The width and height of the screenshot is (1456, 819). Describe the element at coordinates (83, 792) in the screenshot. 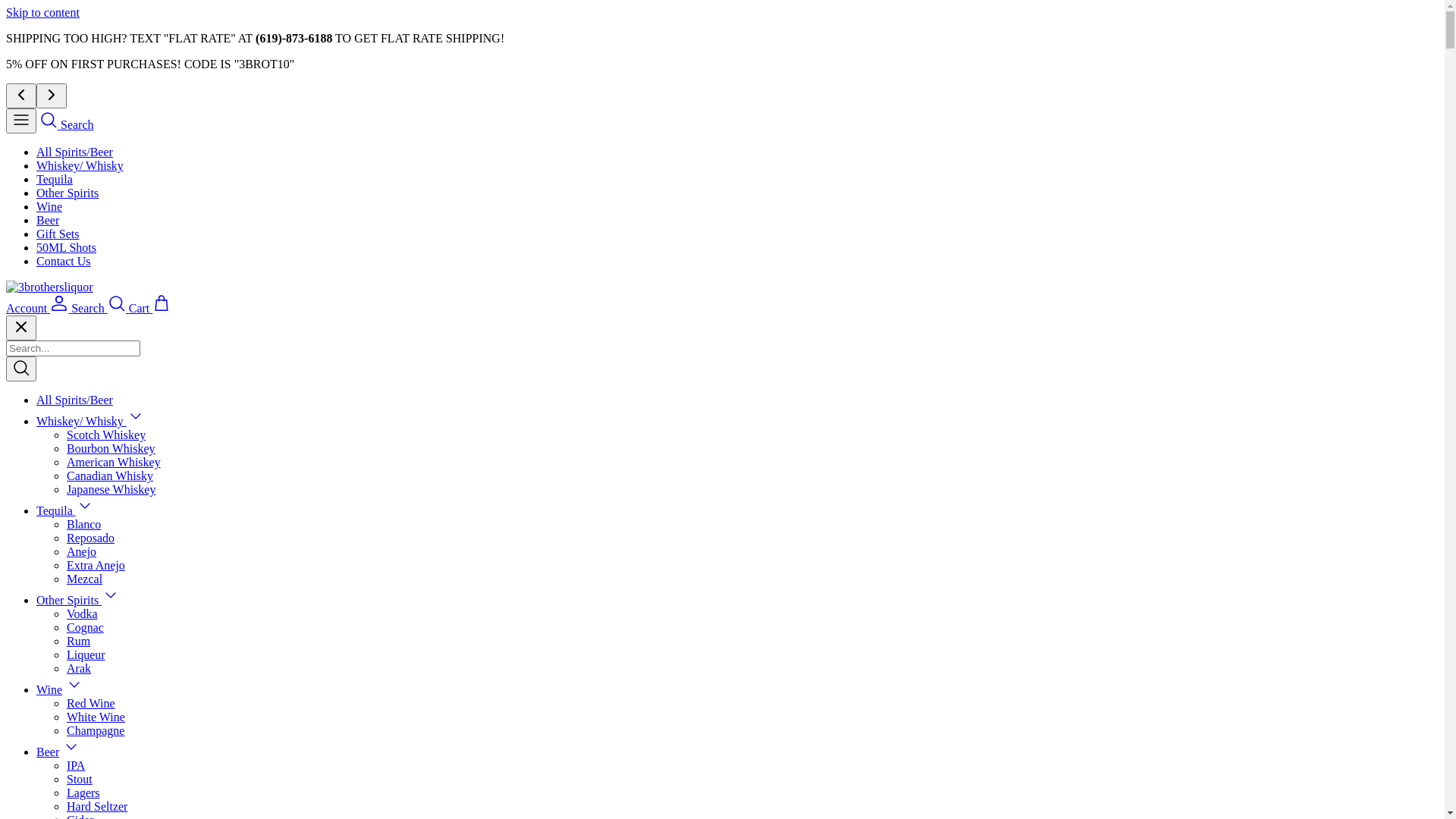

I see `'Lagers'` at that location.